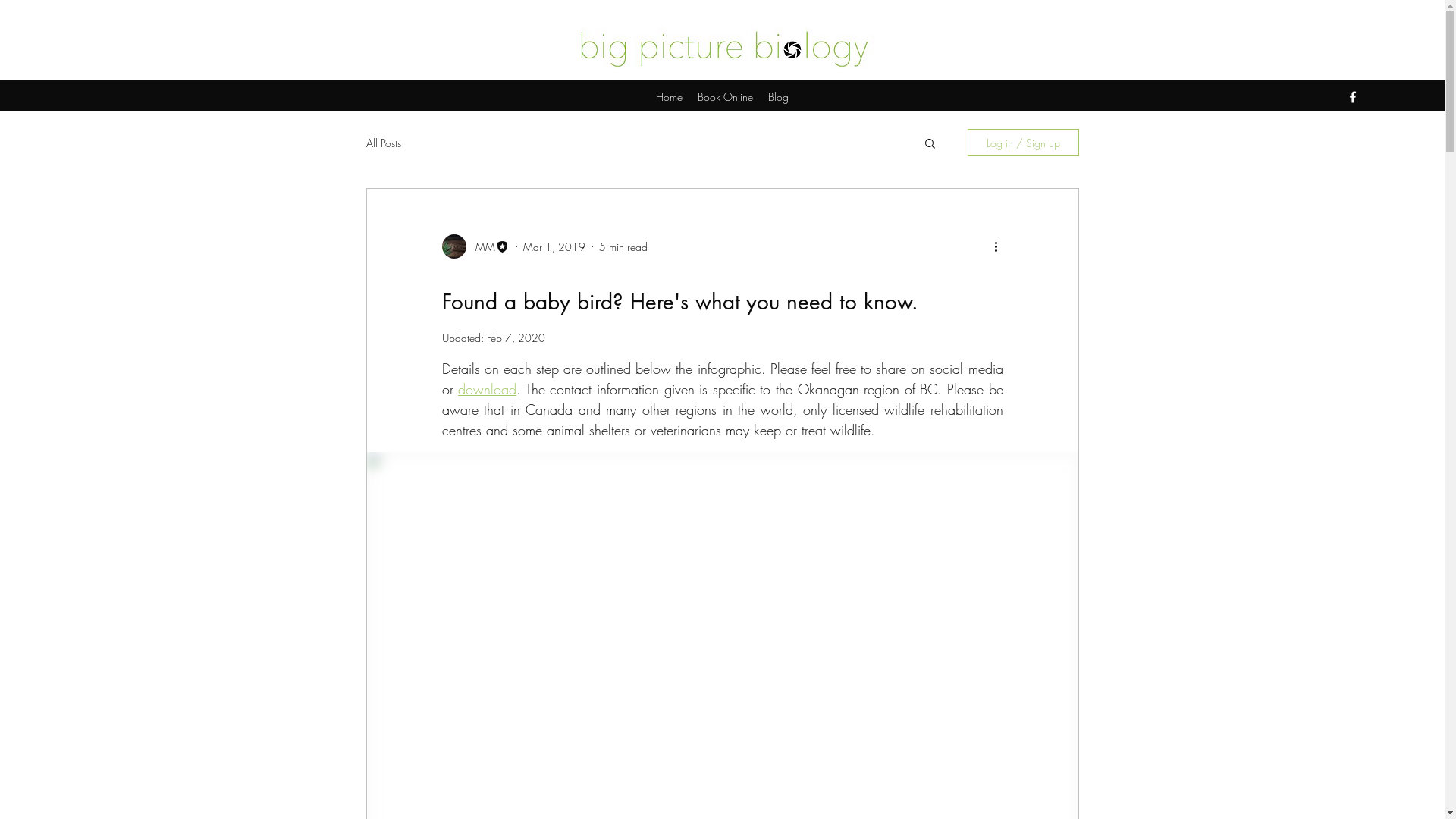 The width and height of the screenshot is (1456, 819). Describe the element at coordinates (382, 142) in the screenshot. I see `'All Posts'` at that location.